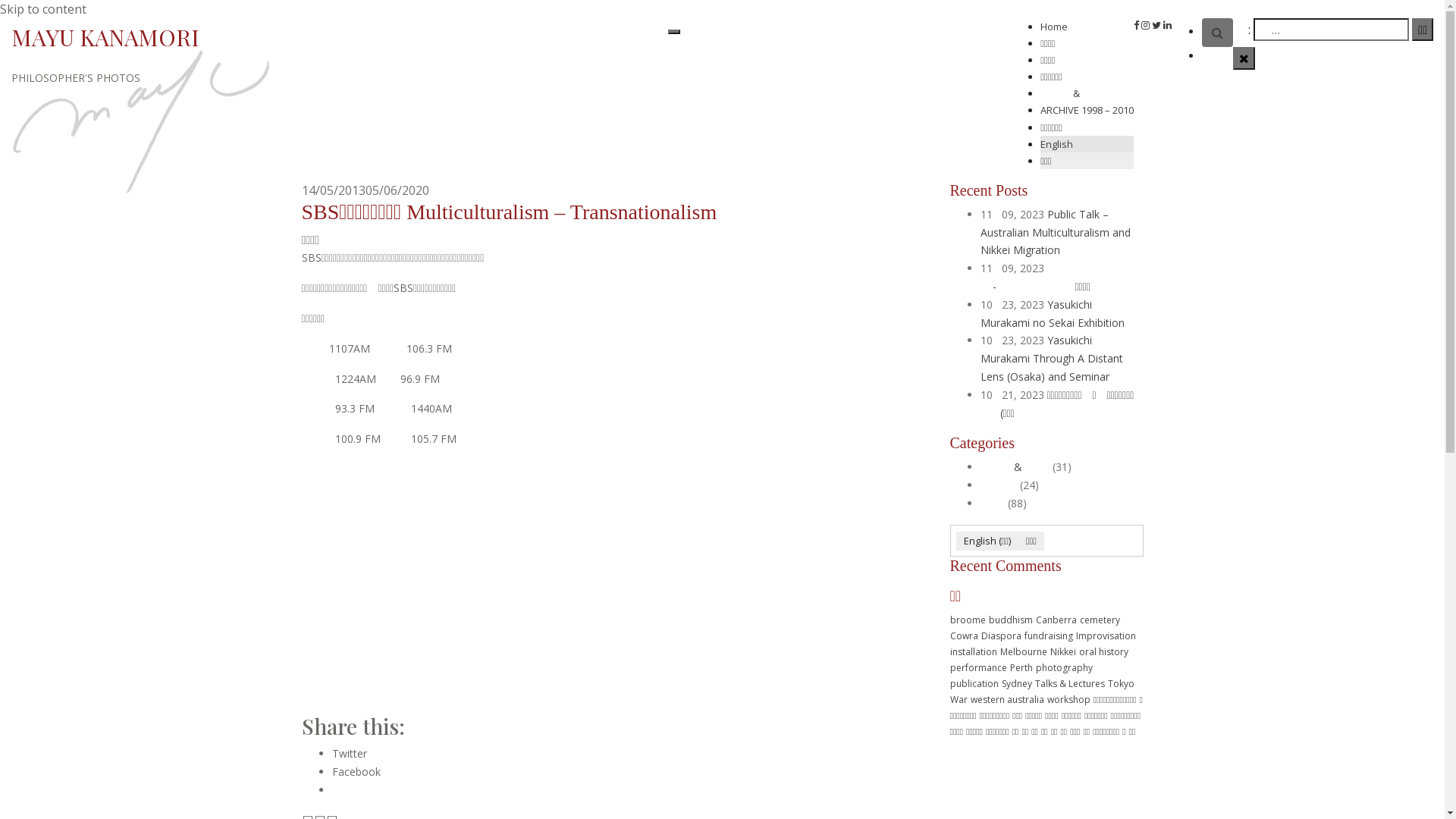 Image resolution: width=1456 pixels, height=819 pixels. I want to click on 'Talks & Lectures', so click(1068, 683).